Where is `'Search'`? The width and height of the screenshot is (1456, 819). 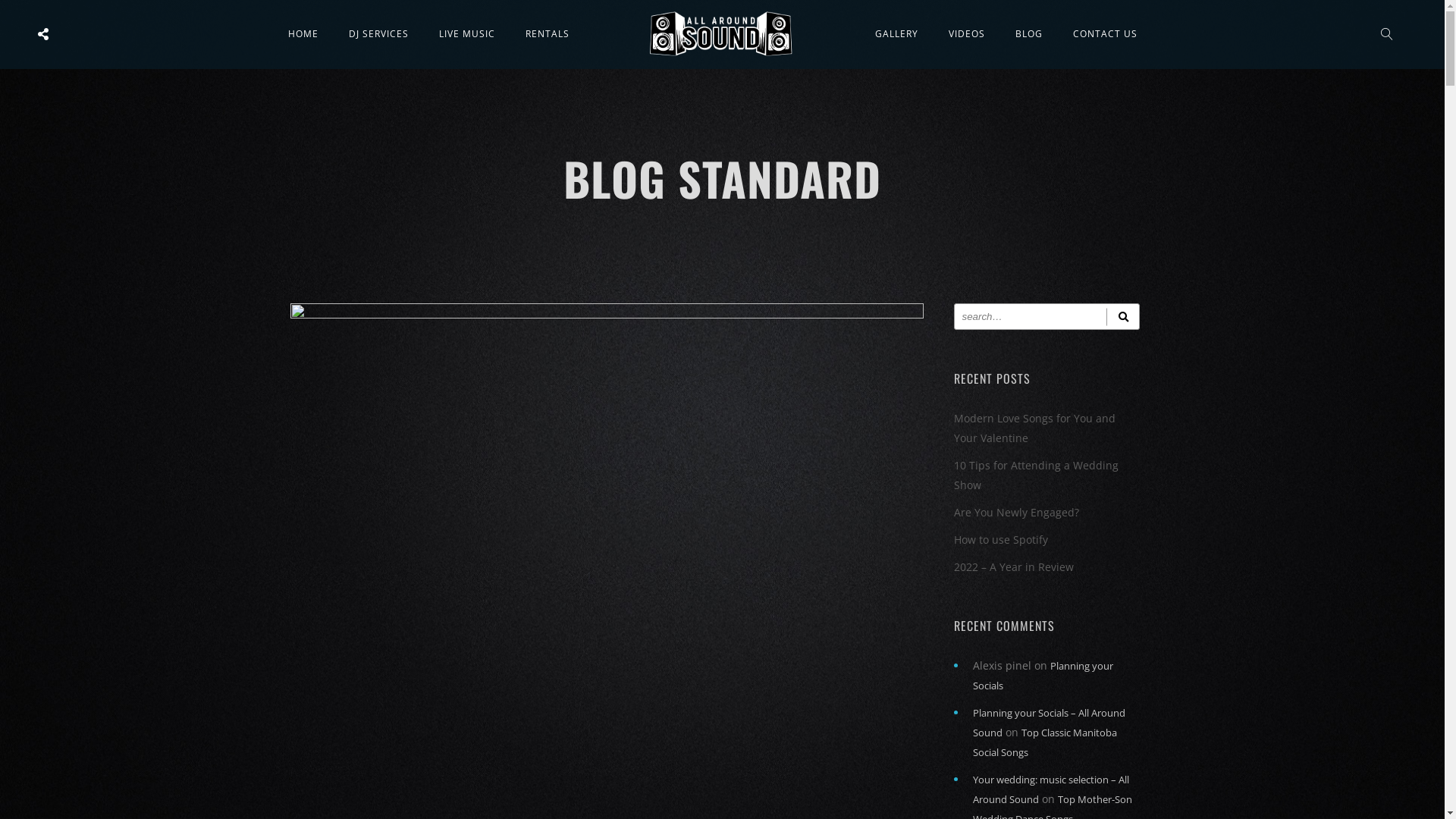 'Search' is located at coordinates (1122, 315).